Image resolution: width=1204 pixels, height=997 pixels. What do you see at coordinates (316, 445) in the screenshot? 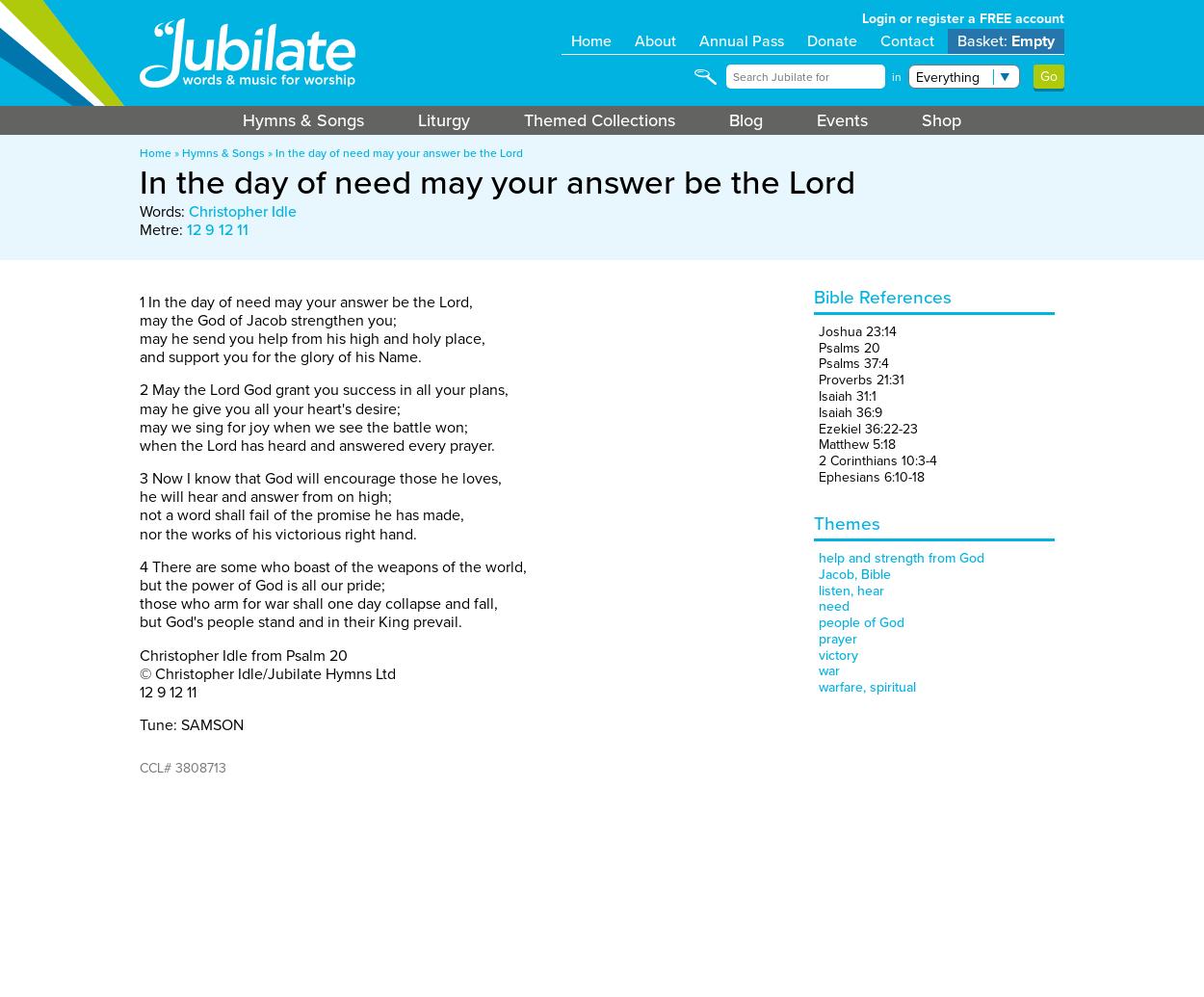
I see `'when the Lord has heard and answered every prayer.'` at bounding box center [316, 445].